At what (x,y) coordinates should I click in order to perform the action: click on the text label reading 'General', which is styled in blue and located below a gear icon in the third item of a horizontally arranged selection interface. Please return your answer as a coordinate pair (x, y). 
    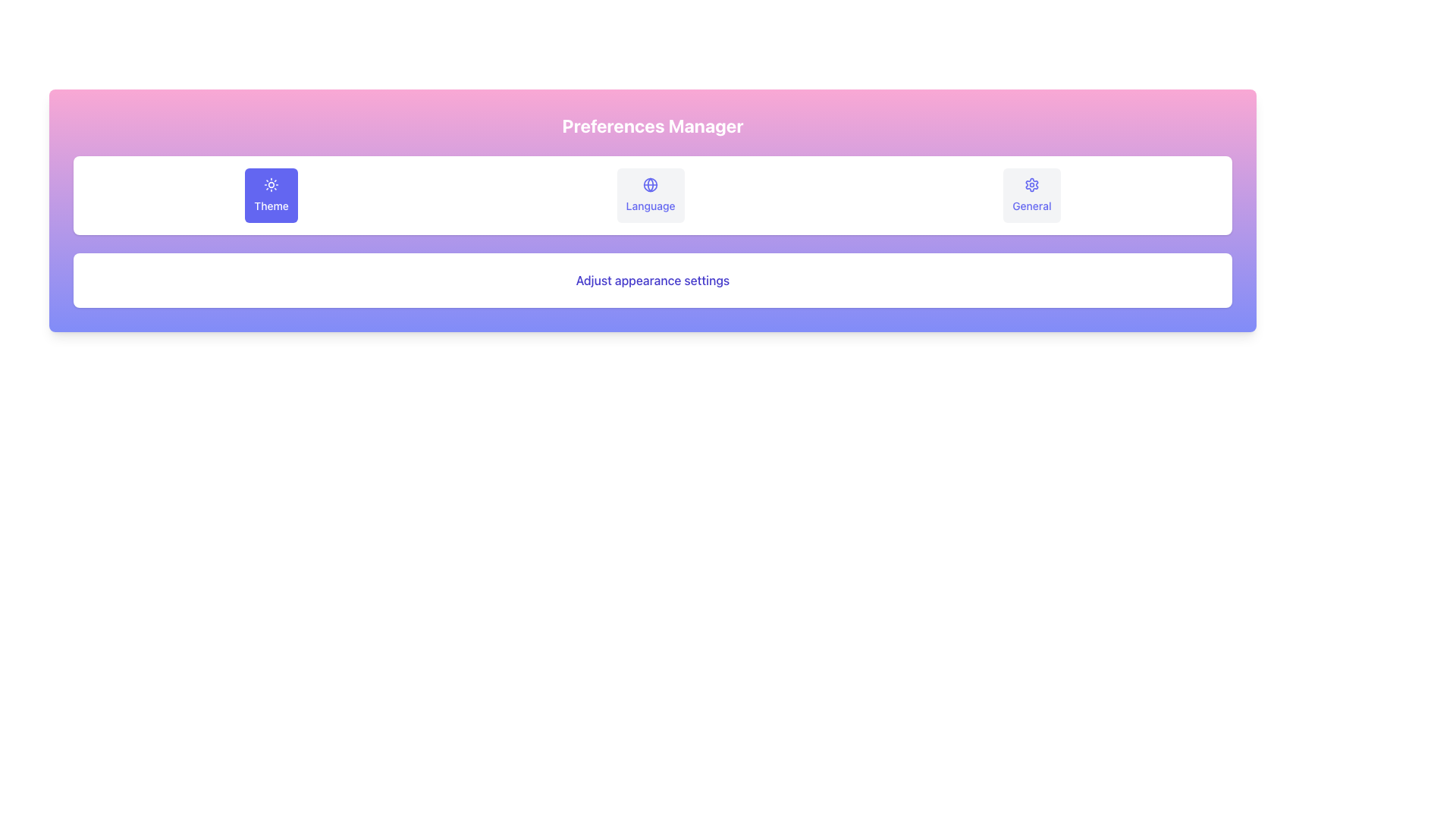
    Looking at the image, I should click on (1031, 206).